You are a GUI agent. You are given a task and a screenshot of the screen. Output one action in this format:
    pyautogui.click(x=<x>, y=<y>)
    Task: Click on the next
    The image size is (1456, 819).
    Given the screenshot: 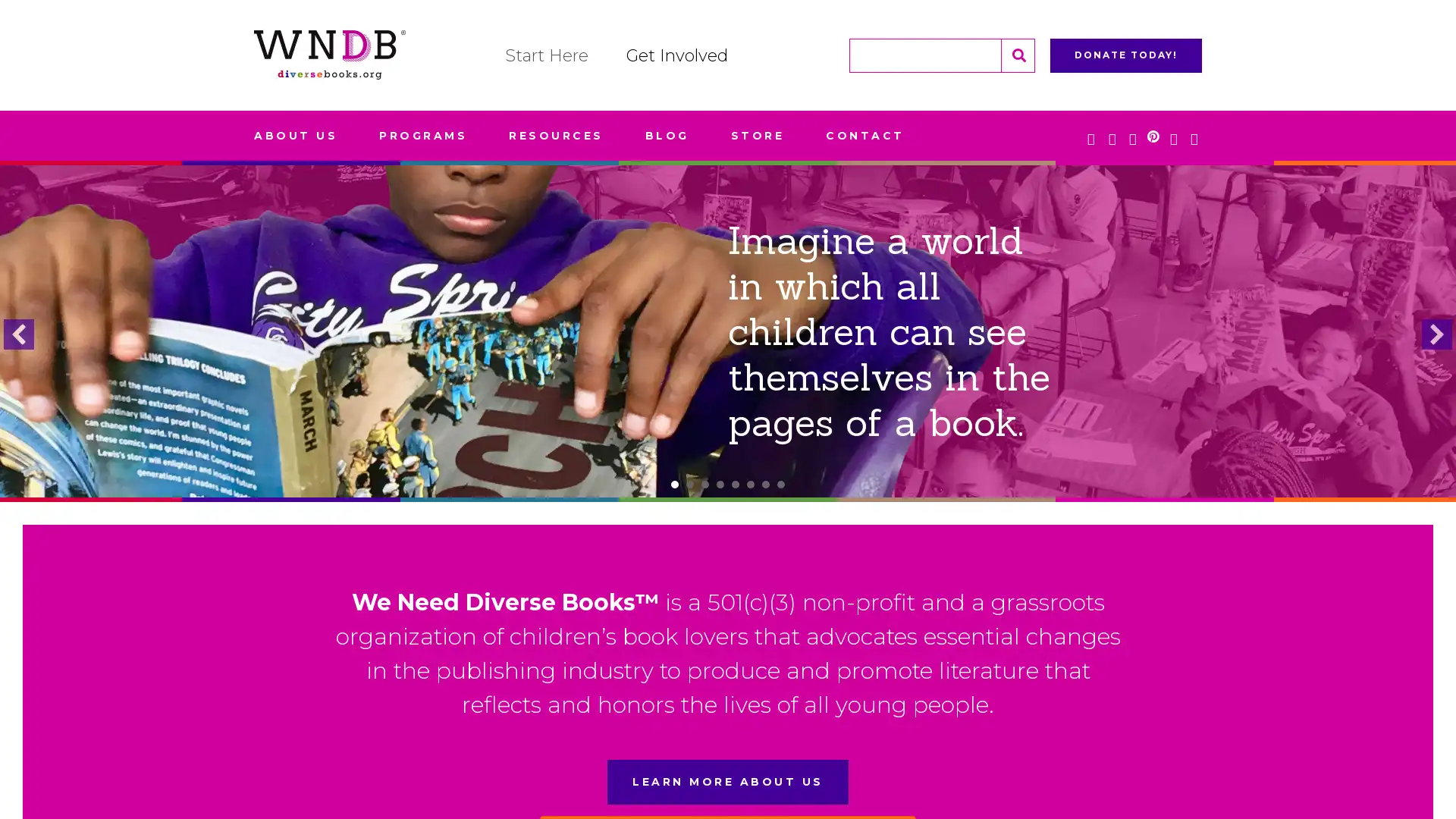 What is the action you would take?
    pyautogui.click(x=1436, y=333)
    